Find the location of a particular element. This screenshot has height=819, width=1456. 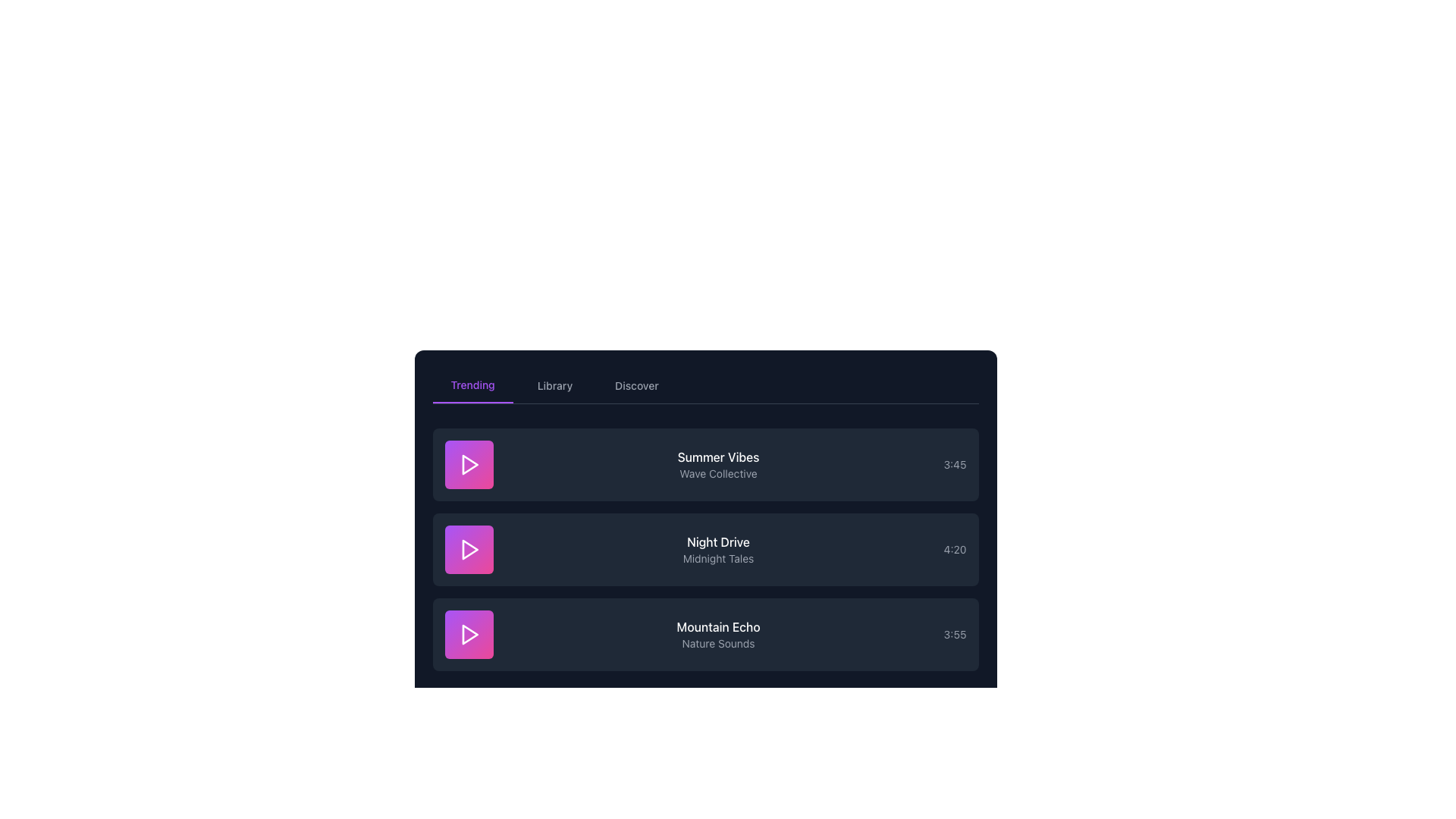

the 'Wave Collective' text label is located at coordinates (717, 472).